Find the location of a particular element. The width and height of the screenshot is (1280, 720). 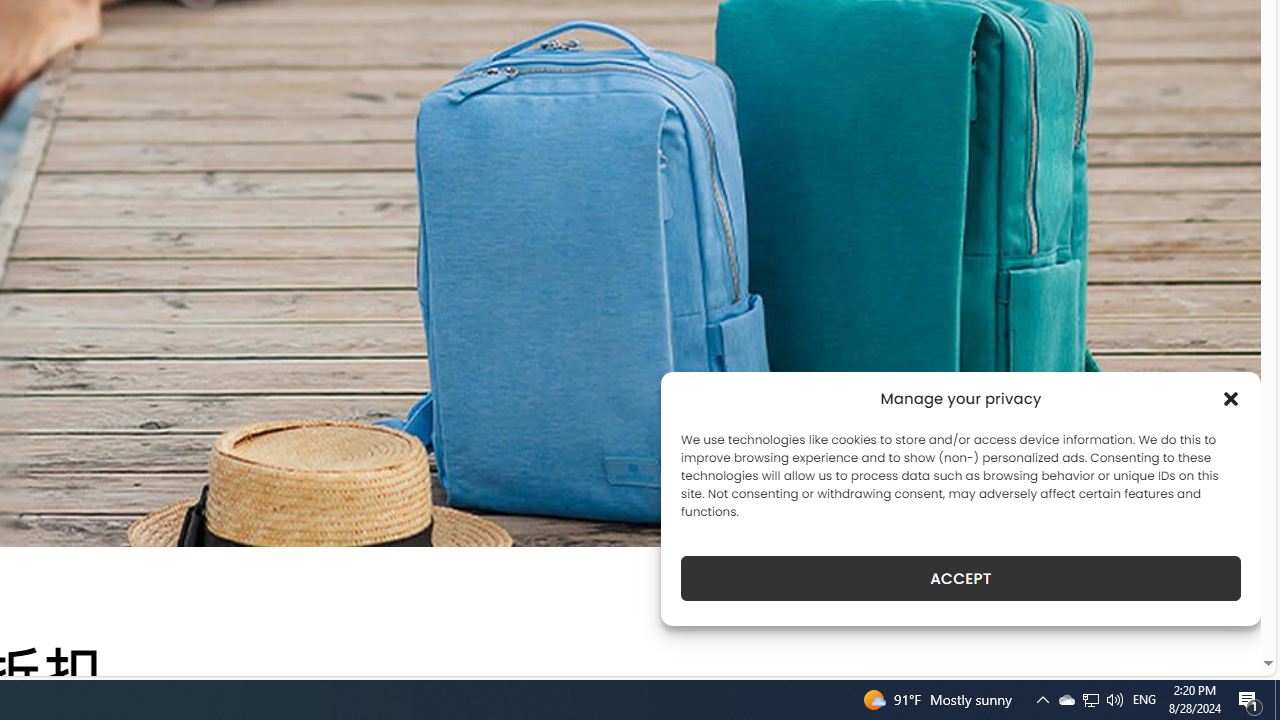

'Class: cmplz-close' is located at coordinates (1230, 398).